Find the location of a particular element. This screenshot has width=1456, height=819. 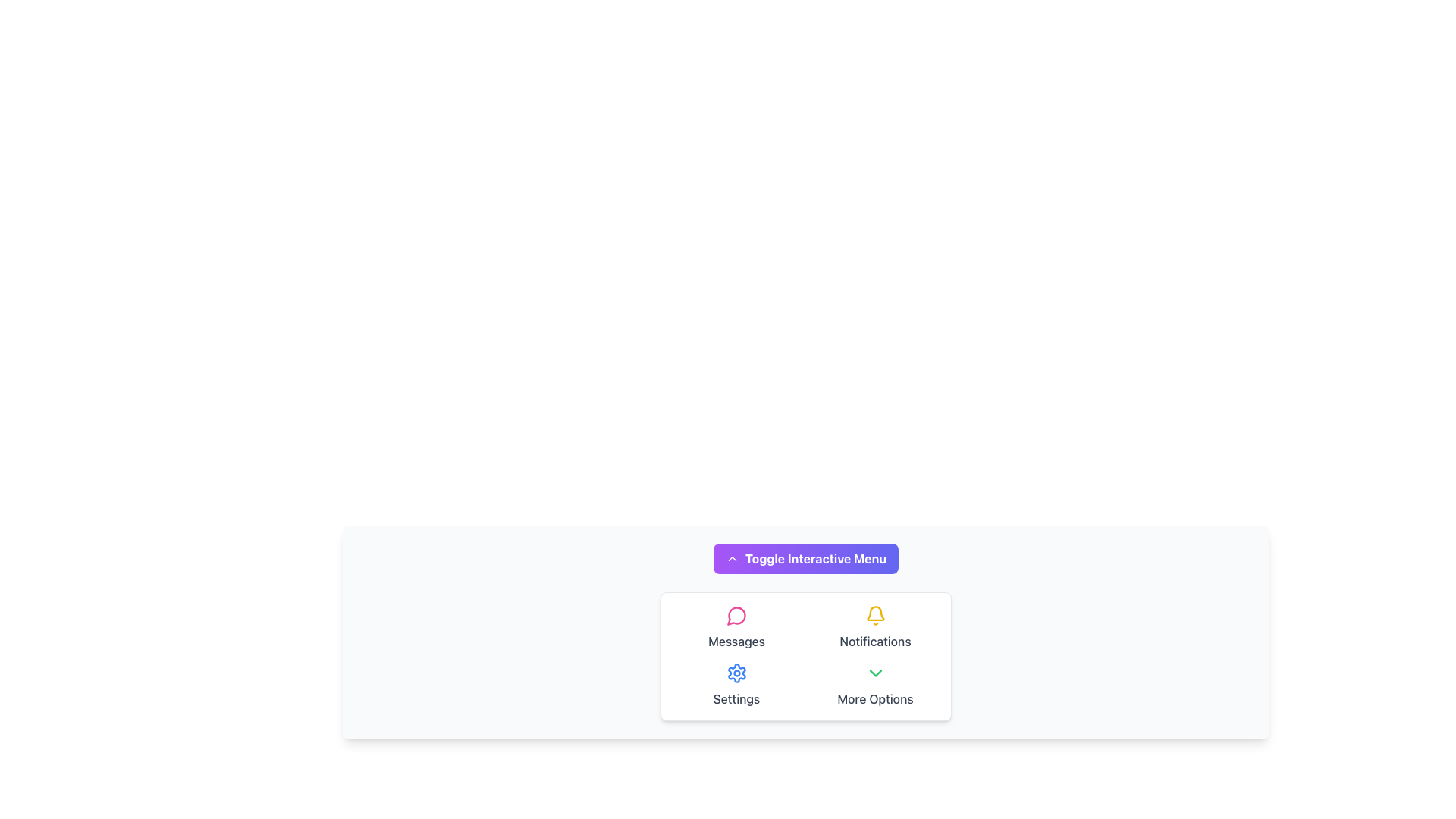

the main body of the yellow bell icon, which is part of a notification area within a card-like UI component is located at coordinates (875, 613).